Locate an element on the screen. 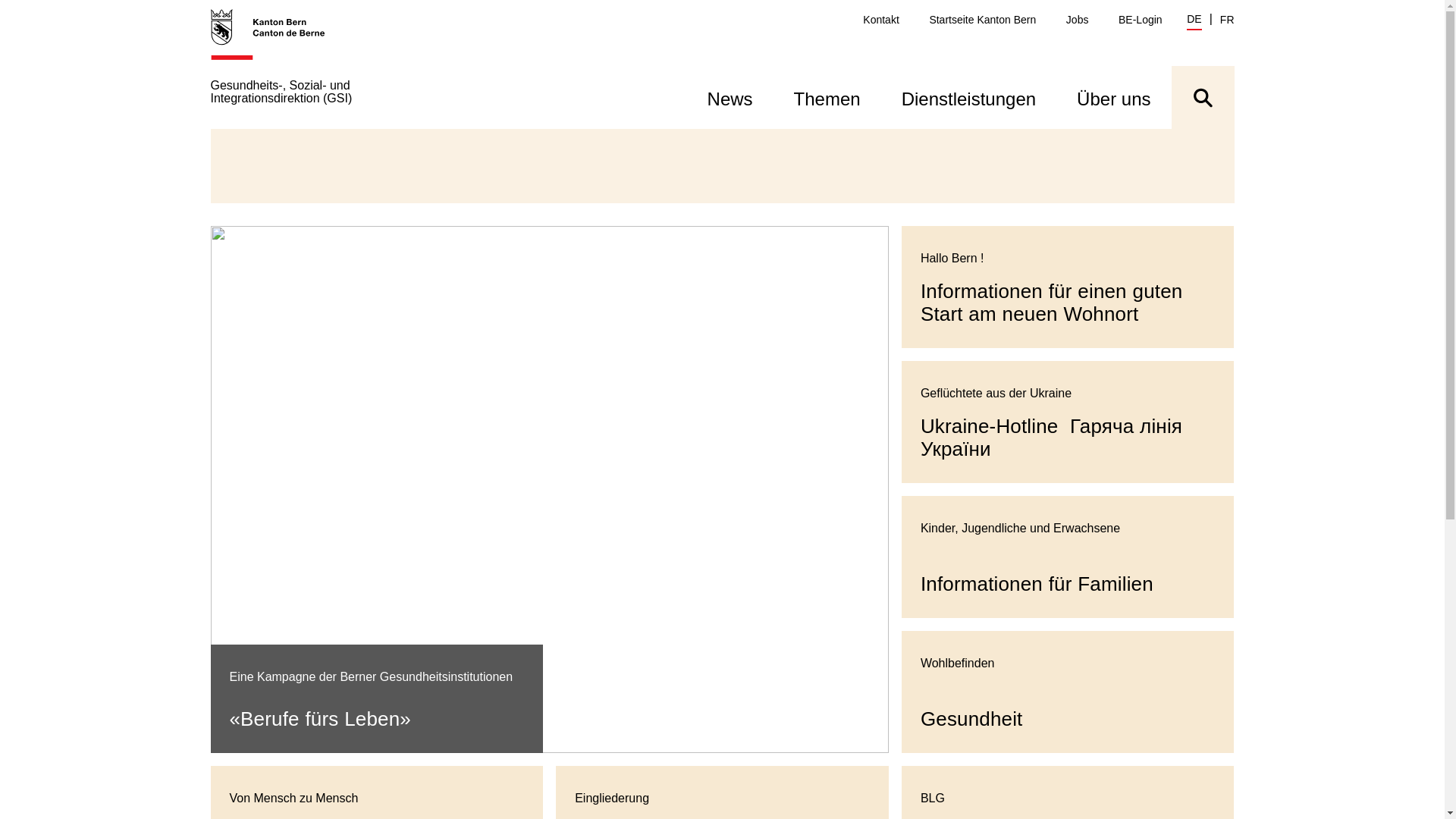 The height and width of the screenshot is (819, 1456). 'Gesundheits-, Sozial- und Integrationsdirektion (GSI)' is located at coordinates (331, 67).